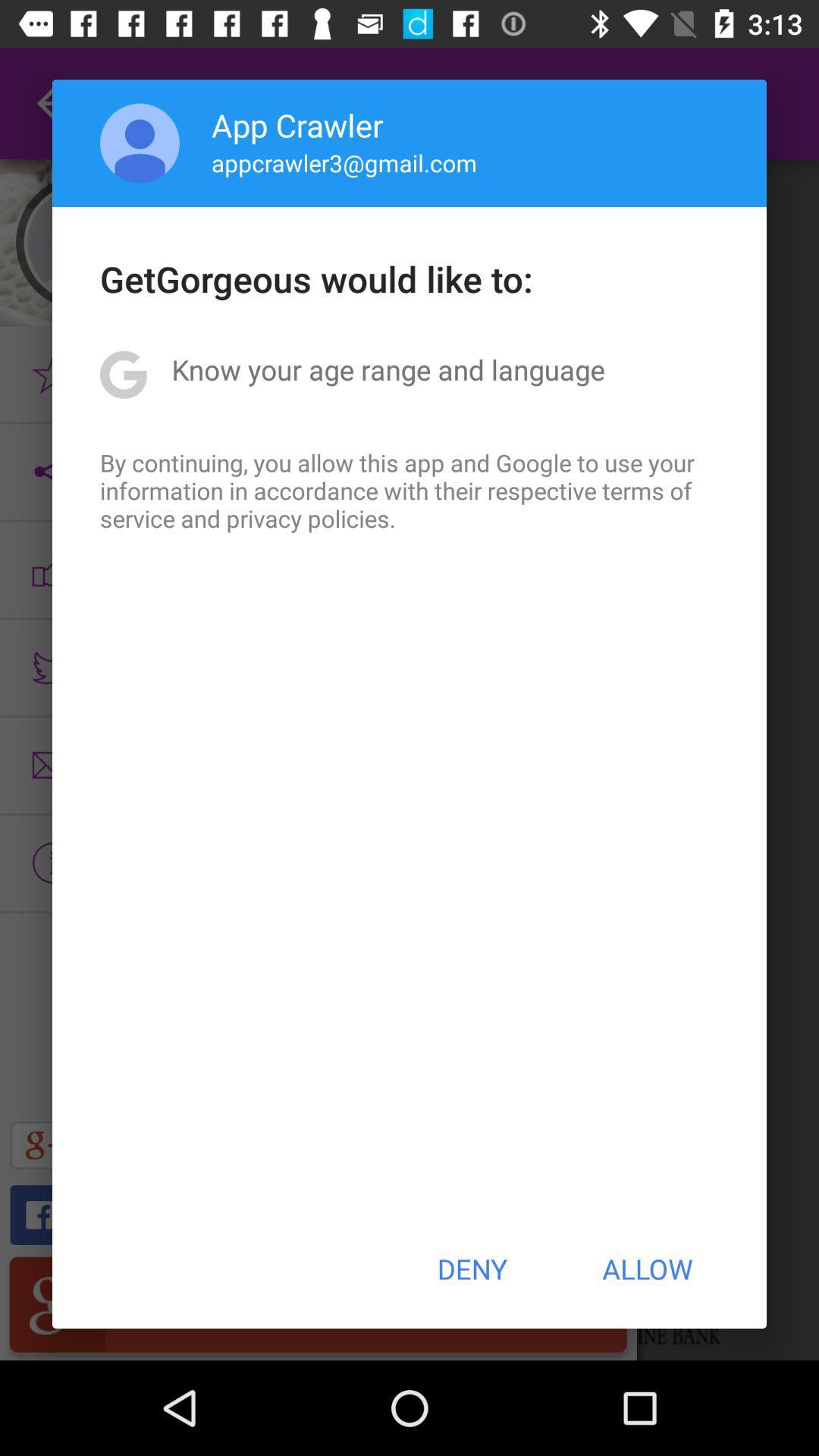  Describe the element at coordinates (471, 1269) in the screenshot. I see `icon at the bottom` at that location.